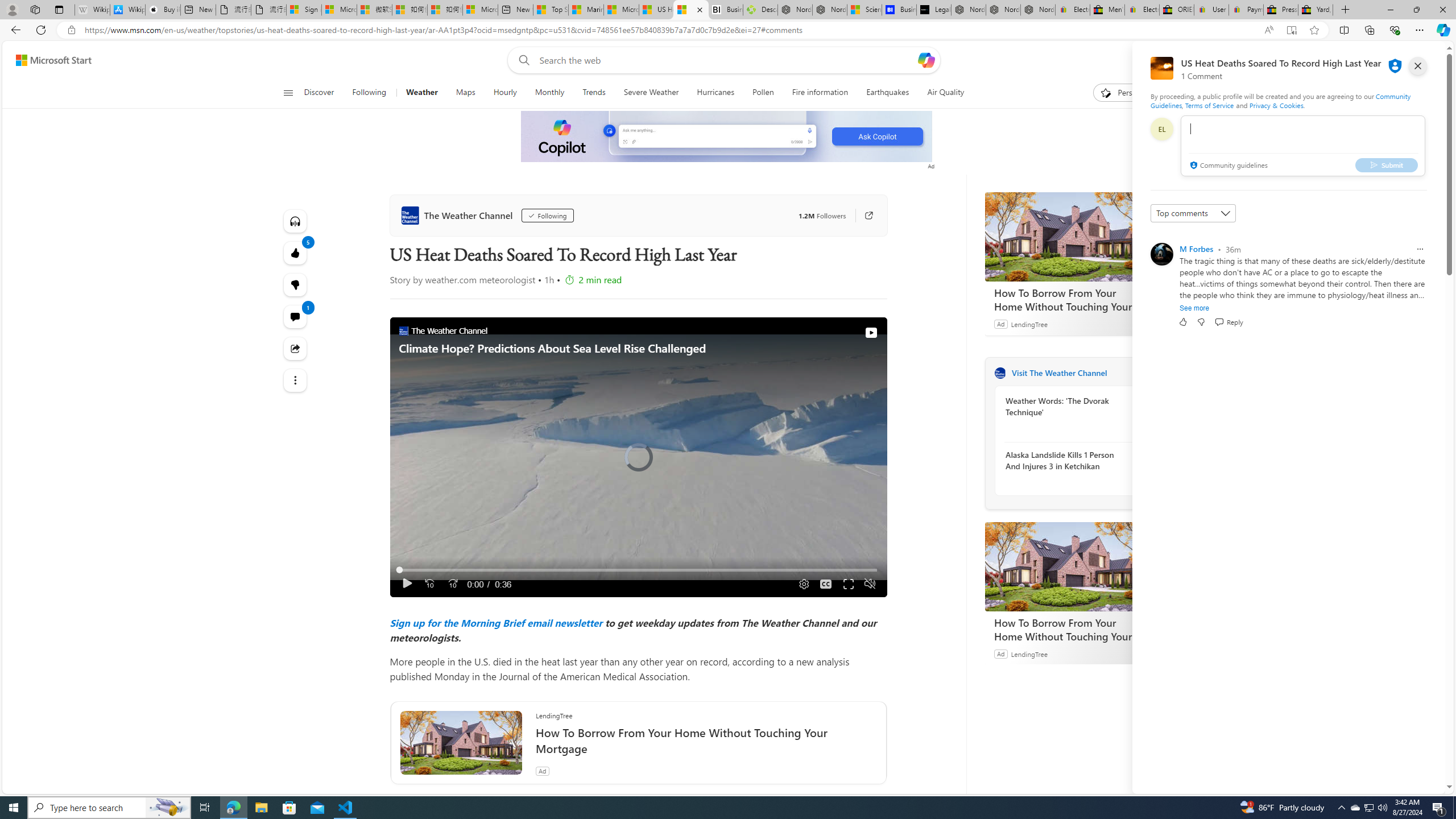 Image resolution: width=1456 pixels, height=819 pixels. Describe the element at coordinates (521, 60) in the screenshot. I see `'Web search'` at that location.